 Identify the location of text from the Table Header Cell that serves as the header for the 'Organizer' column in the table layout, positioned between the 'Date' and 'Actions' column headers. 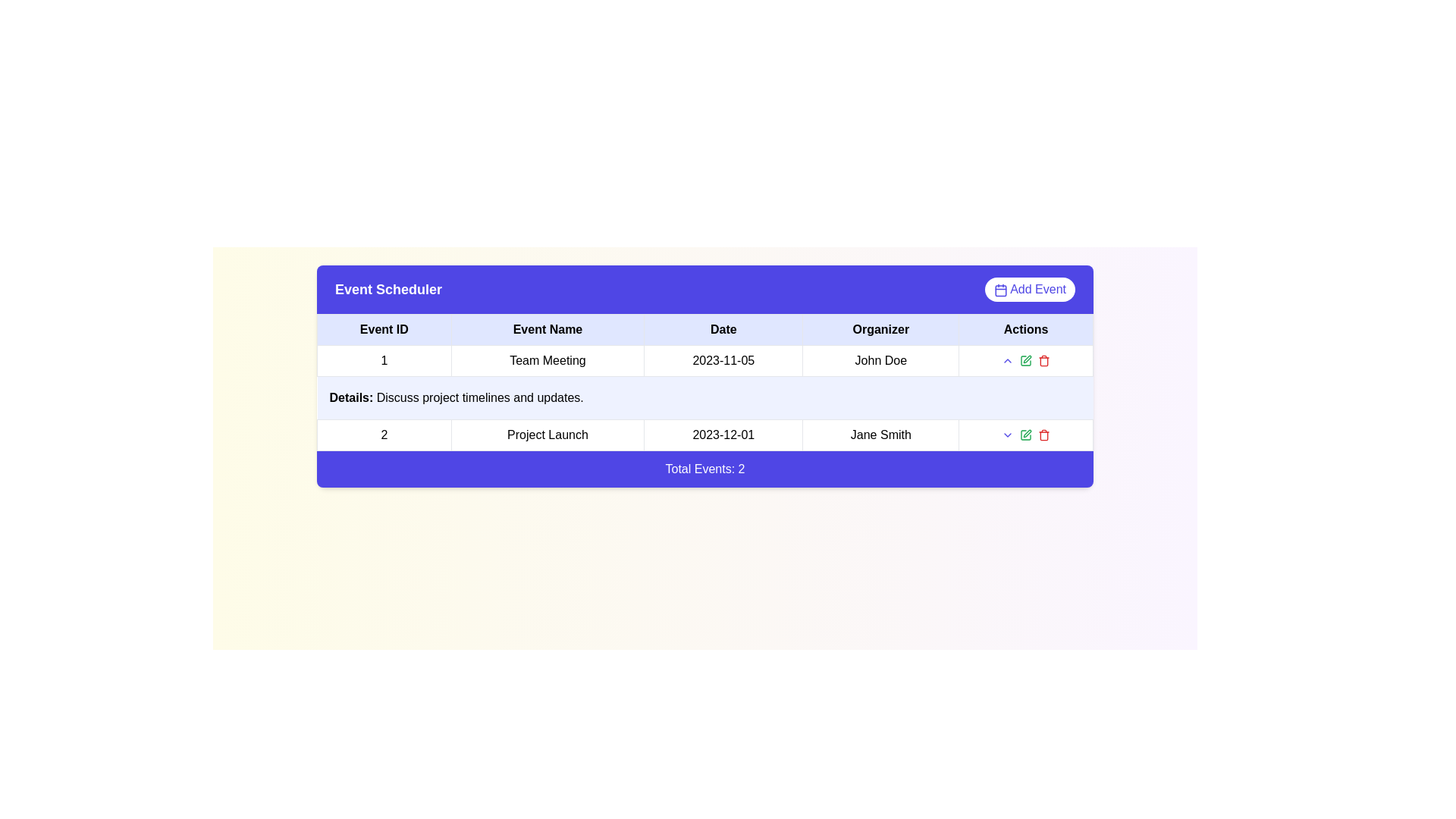
(880, 329).